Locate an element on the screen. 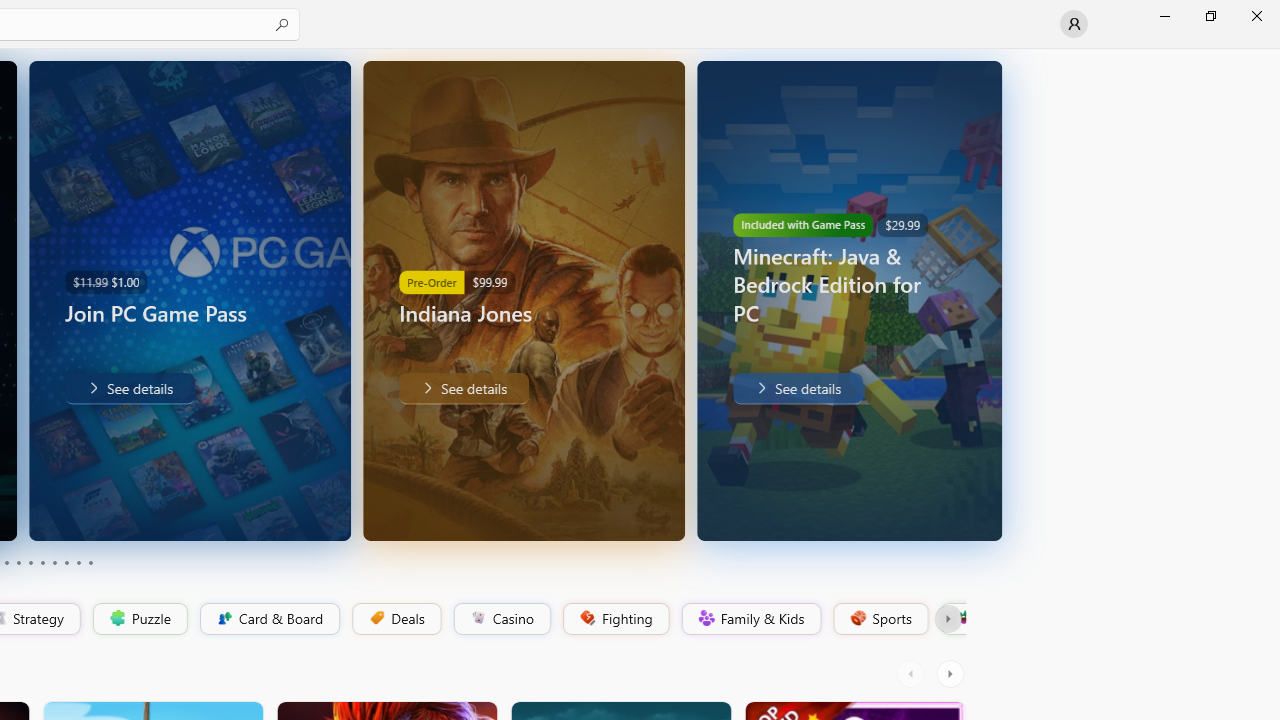 This screenshot has height=720, width=1280. 'Casino' is located at coordinates (501, 618).